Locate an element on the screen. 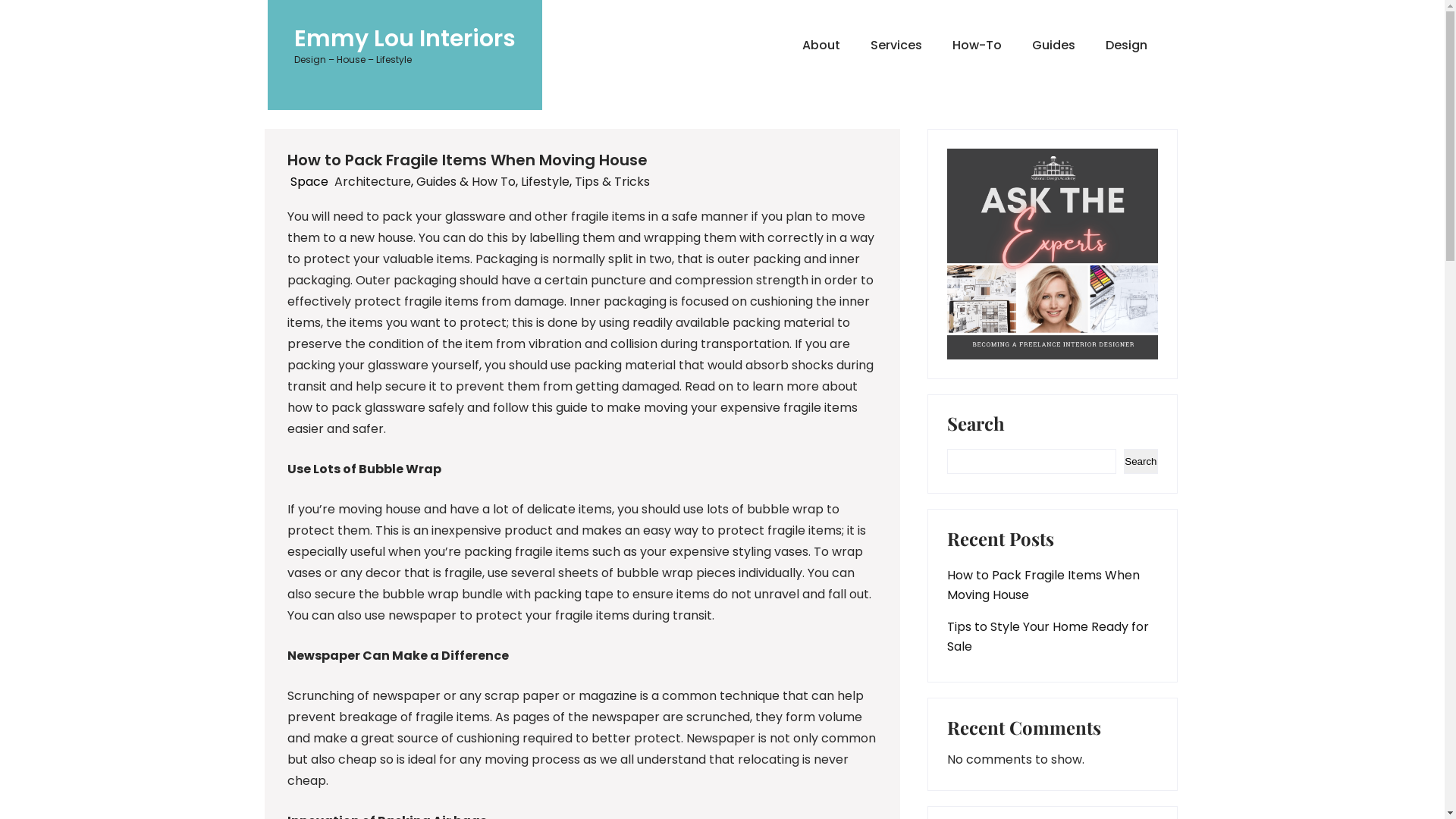  'About' is located at coordinates (786, 45).